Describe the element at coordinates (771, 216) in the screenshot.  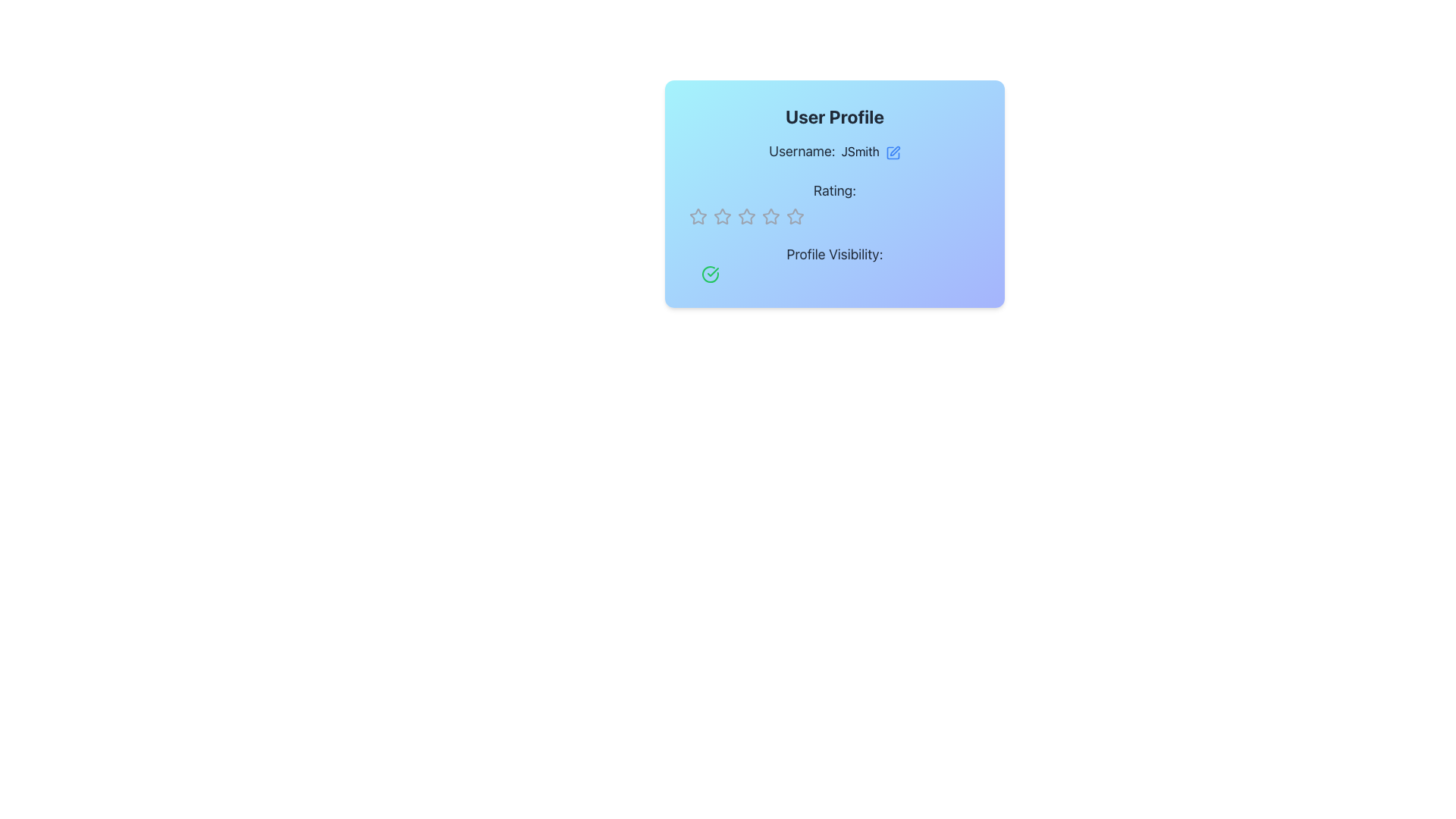
I see `the third star in the horizontal row of five rating stars for visual feedback` at that location.